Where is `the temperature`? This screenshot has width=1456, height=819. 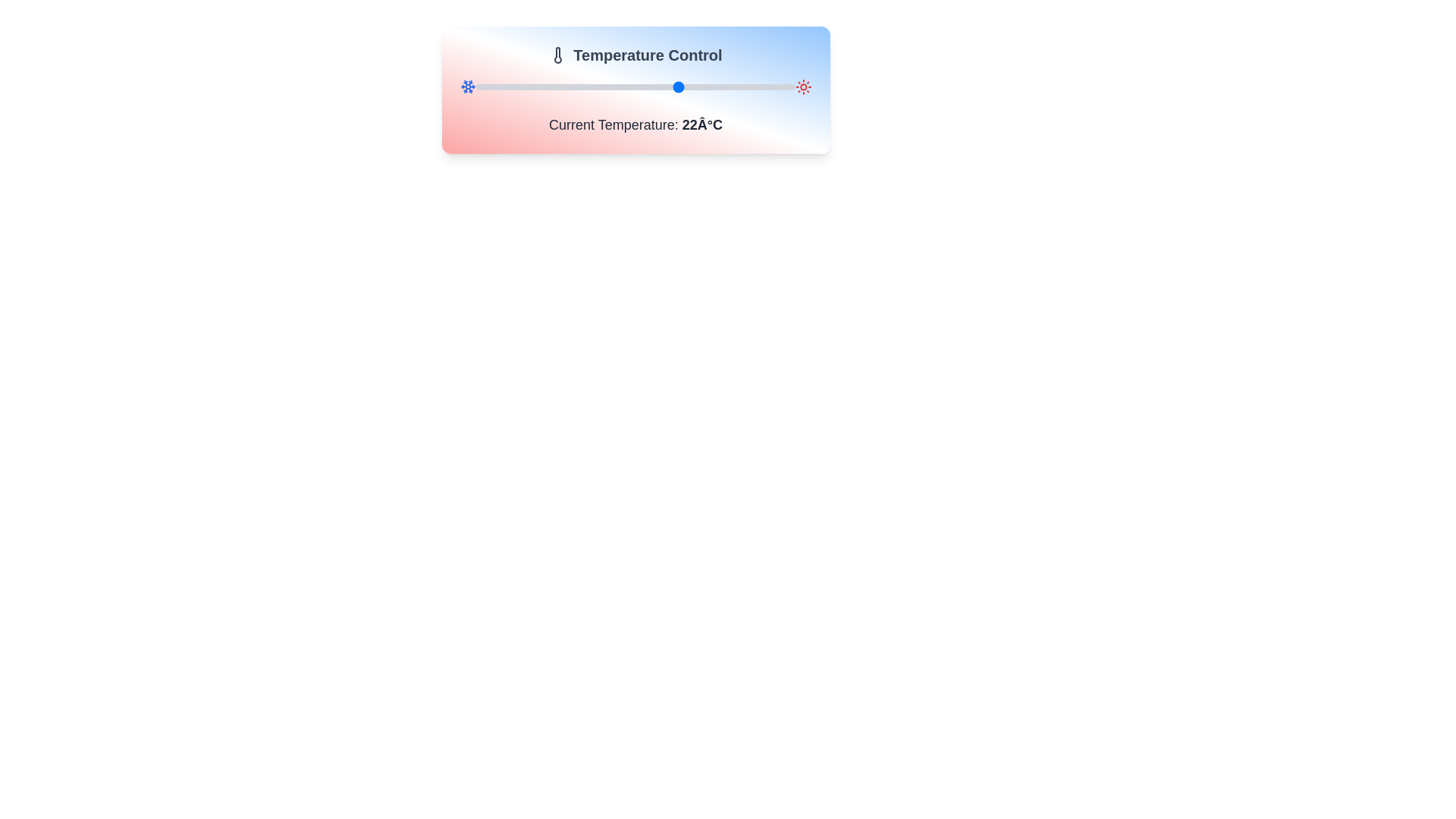 the temperature is located at coordinates (623, 87).